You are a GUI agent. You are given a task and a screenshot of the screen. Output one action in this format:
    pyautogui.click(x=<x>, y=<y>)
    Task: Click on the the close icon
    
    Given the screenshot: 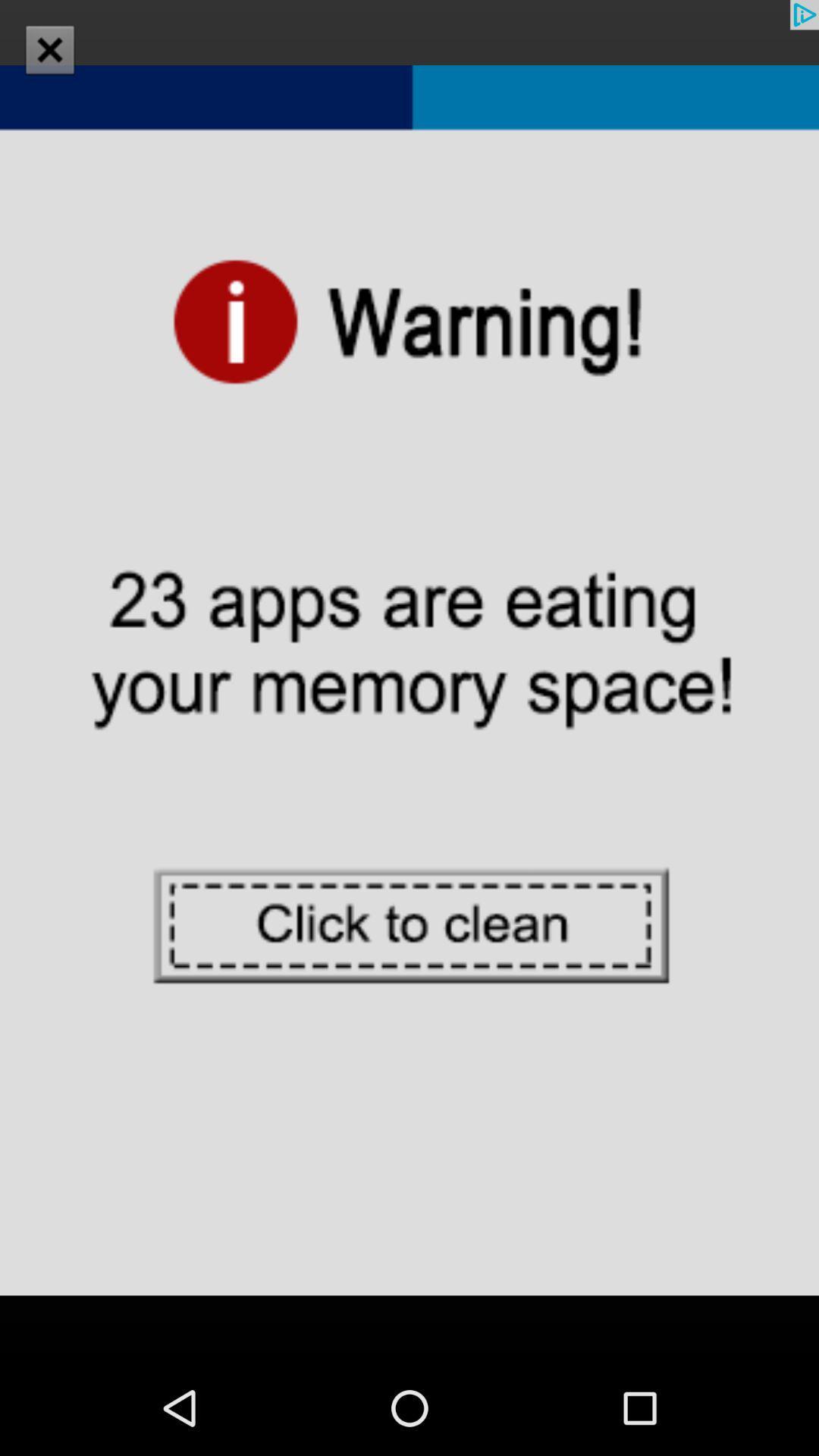 What is the action you would take?
    pyautogui.click(x=49, y=53)
    